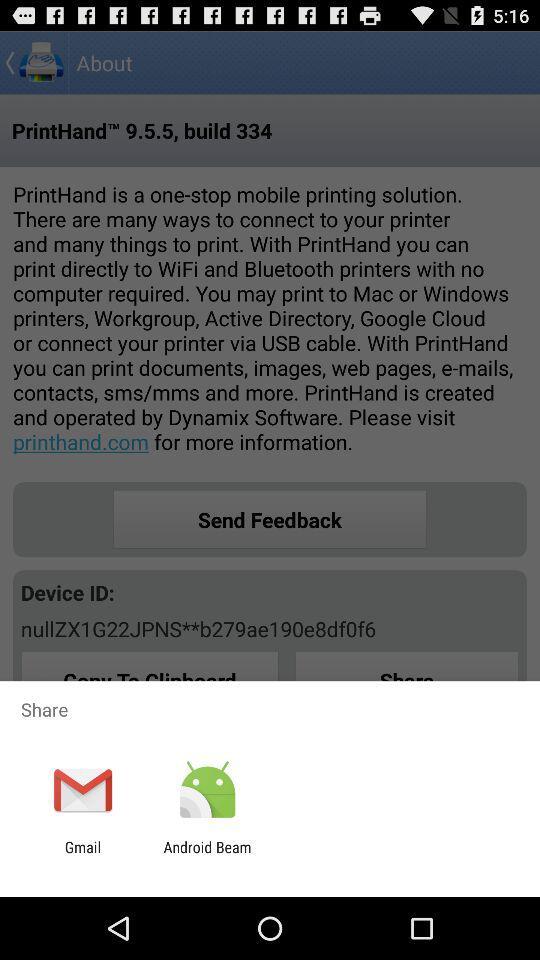 The height and width of the screenshot is (960, 540). What do you see at coordinates (82, 855) in the screenshot?
I see `the app next to android beam app` at bounding box center [82, 855].